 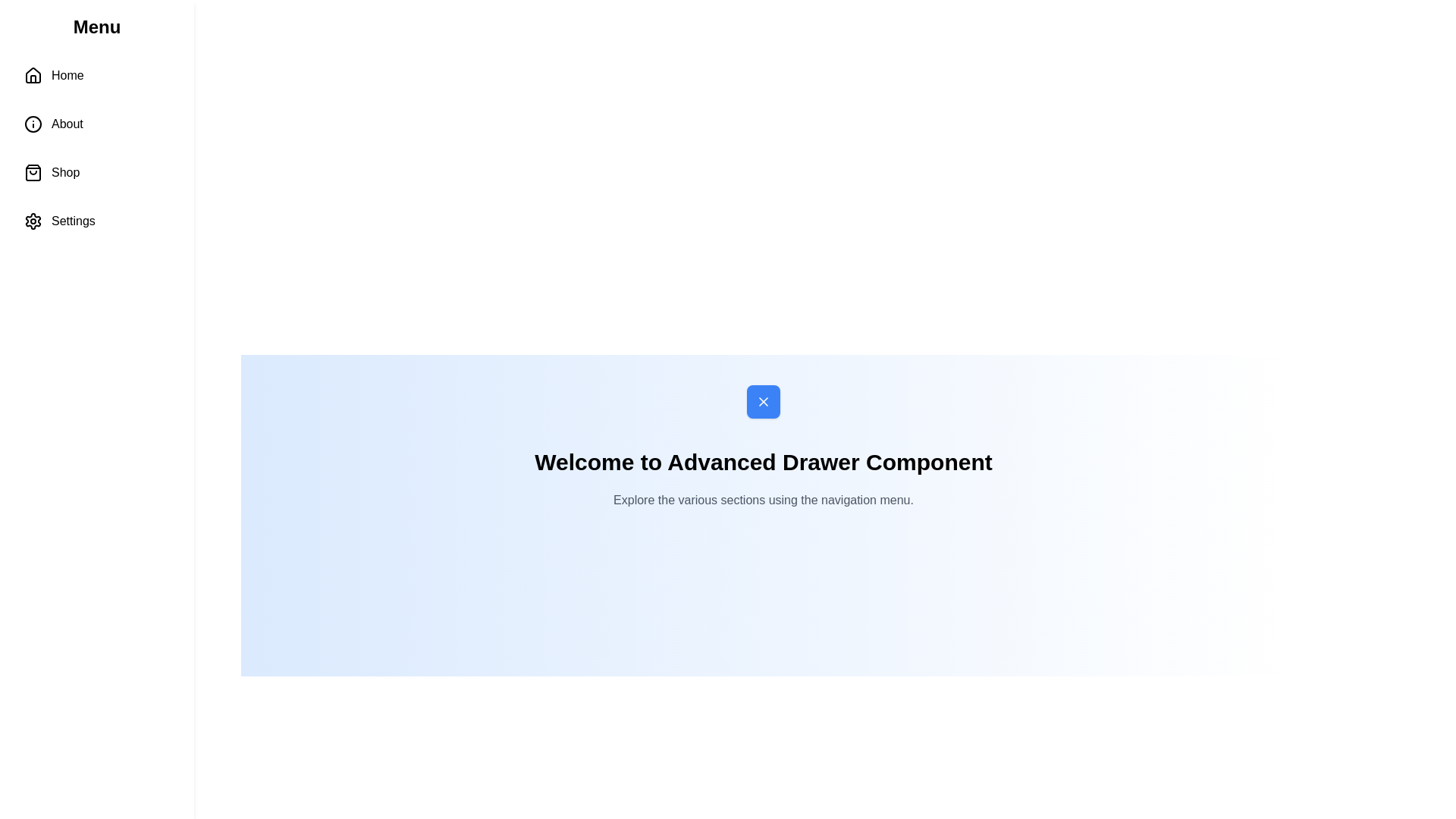 I want to click on SVG Circle Shape that represents the 'About' icon in the vertical menu by clicking on its center, so click(x=33, y=124).